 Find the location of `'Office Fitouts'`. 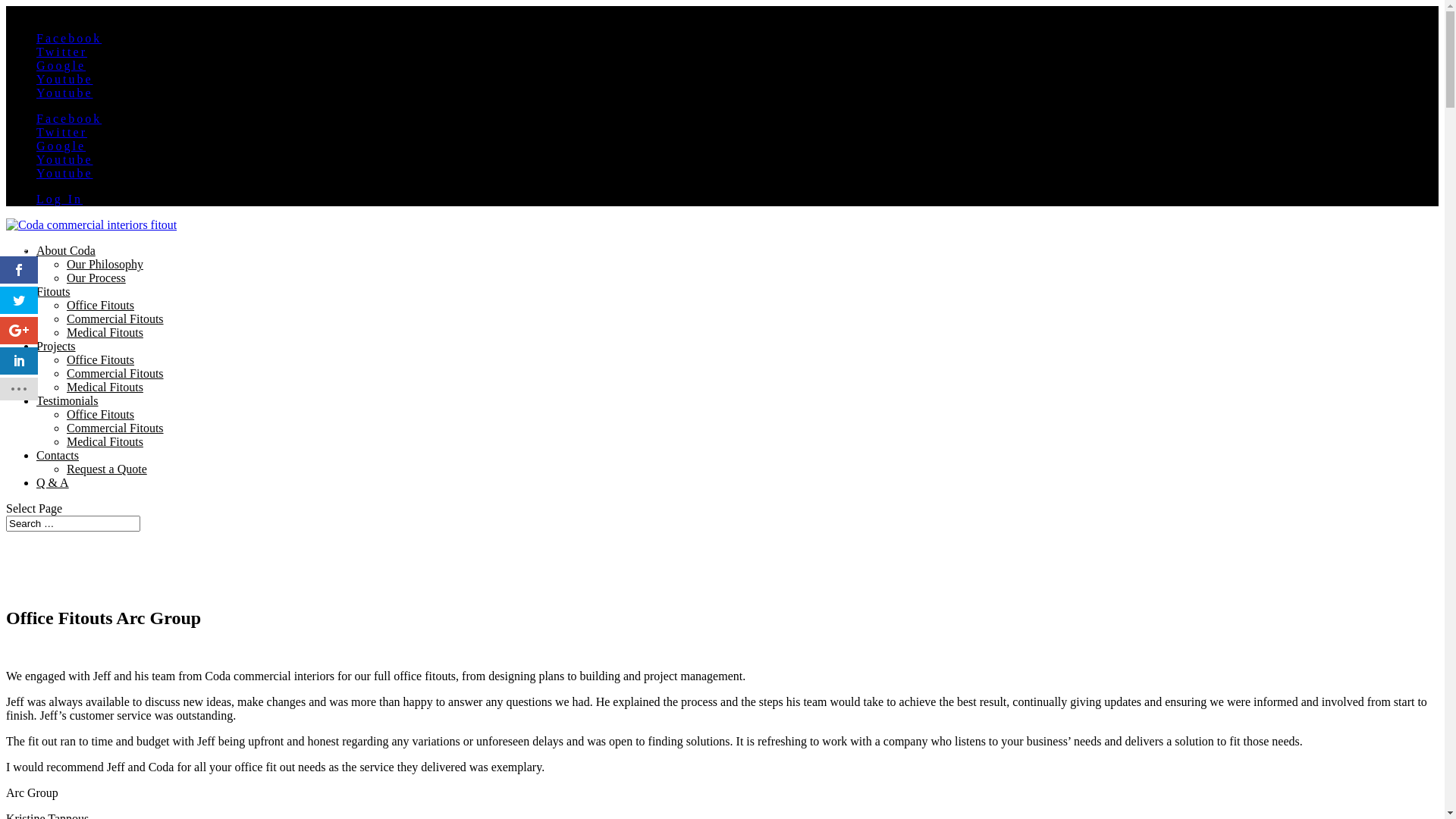

'Office Fitouts' is located at coordinates (65, 305).